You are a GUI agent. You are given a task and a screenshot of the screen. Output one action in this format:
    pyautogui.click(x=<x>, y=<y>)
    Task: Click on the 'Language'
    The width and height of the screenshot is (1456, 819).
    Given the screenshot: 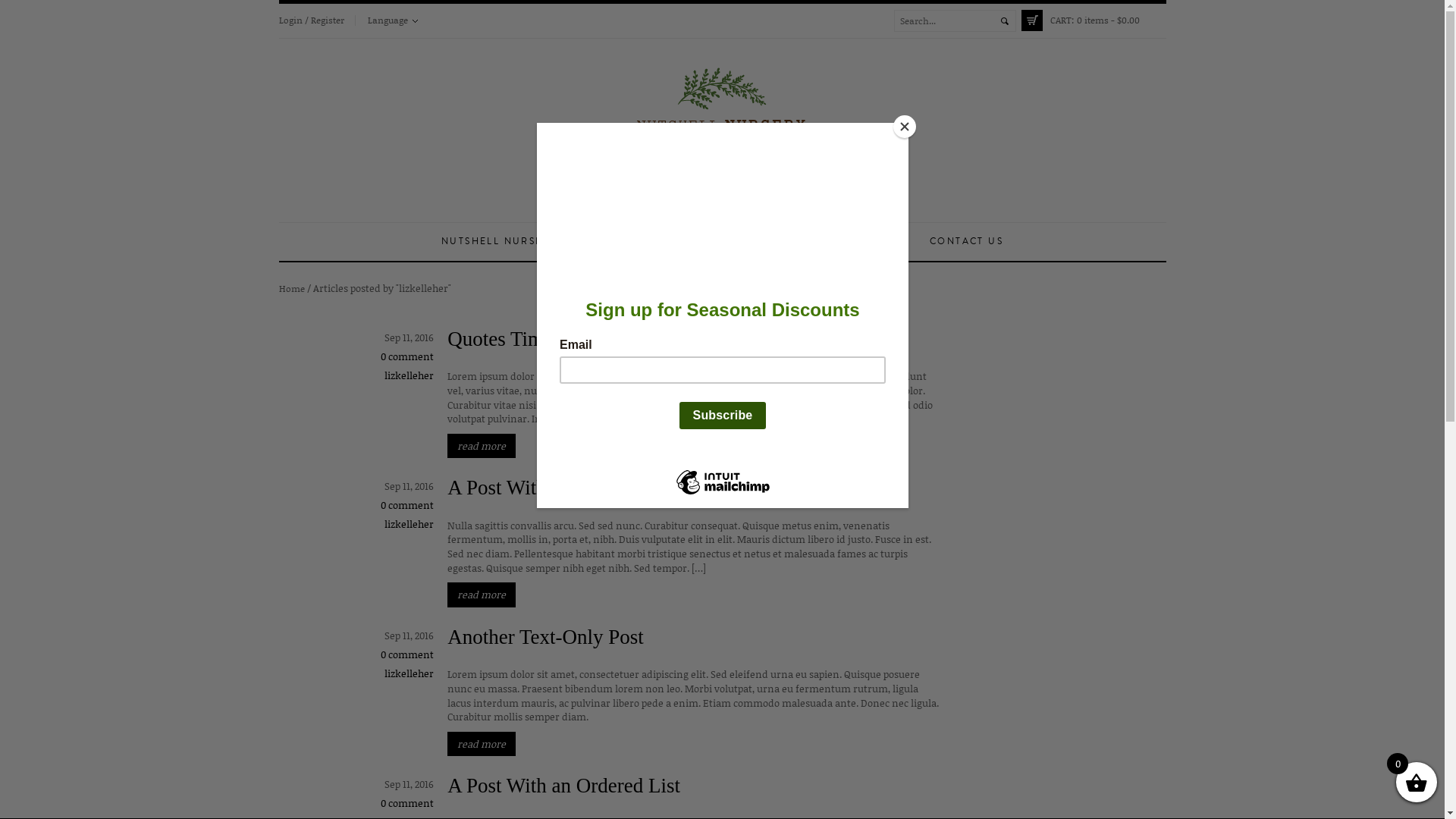 What is the action you would take?
    pyautogui.click(x=359, y=20)
    